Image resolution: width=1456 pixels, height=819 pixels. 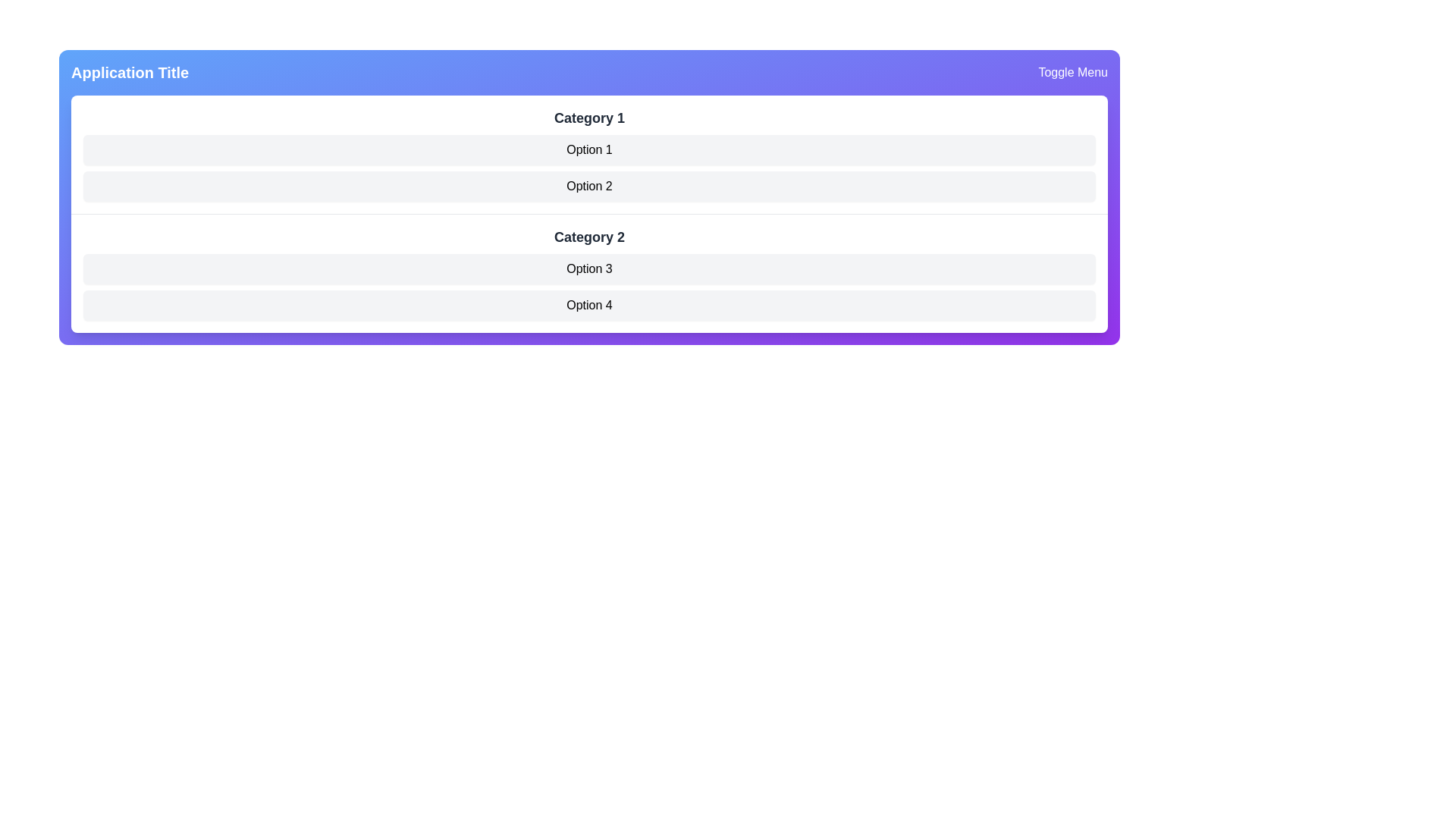 I want to click on the button labeled 'Option 2' located under the 'Category 1' heading to make a selection, so click(x=588, y=186).